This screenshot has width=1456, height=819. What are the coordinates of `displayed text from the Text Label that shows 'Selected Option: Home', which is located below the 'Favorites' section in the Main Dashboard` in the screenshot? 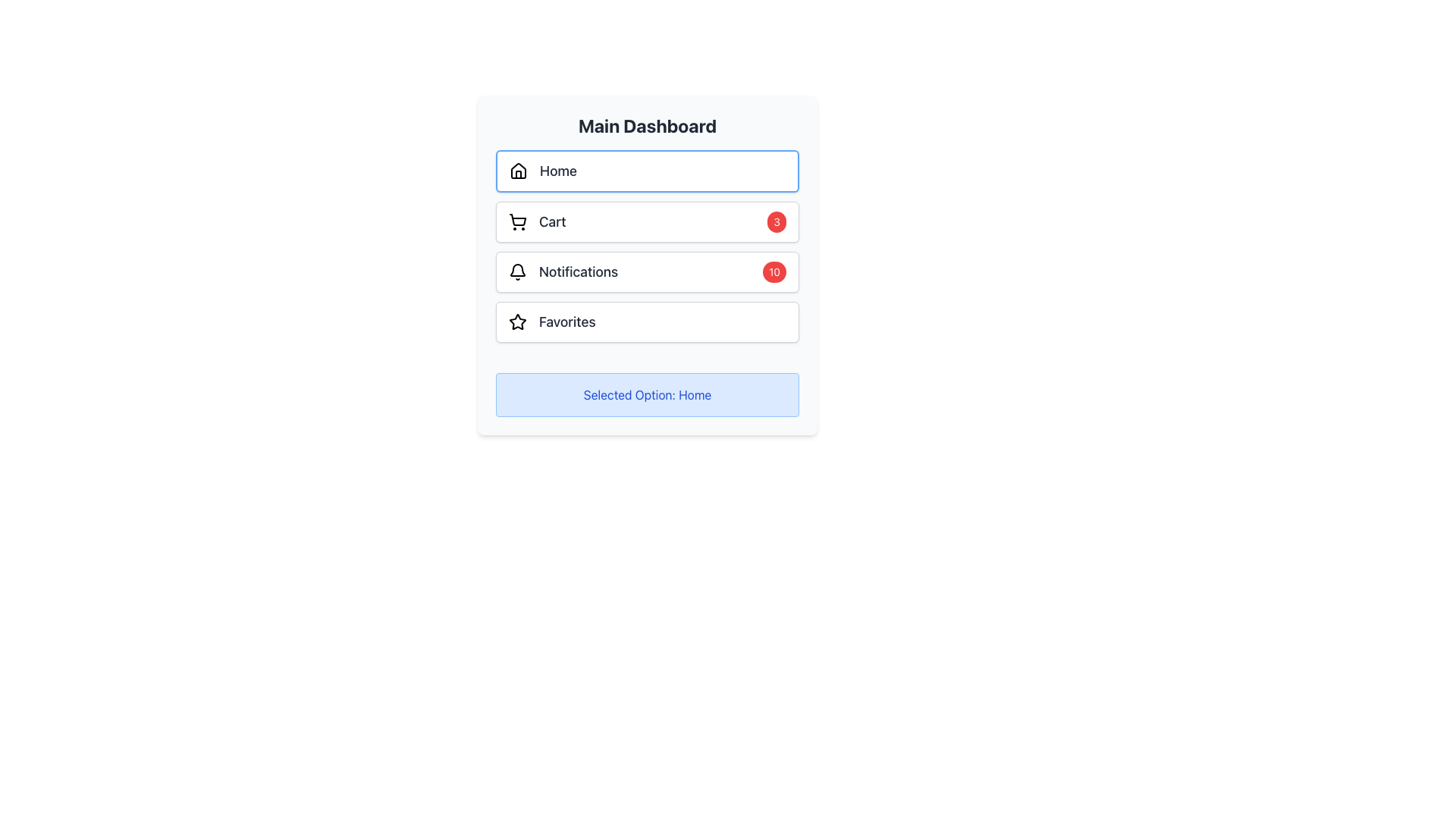 It's located at (648, 394).